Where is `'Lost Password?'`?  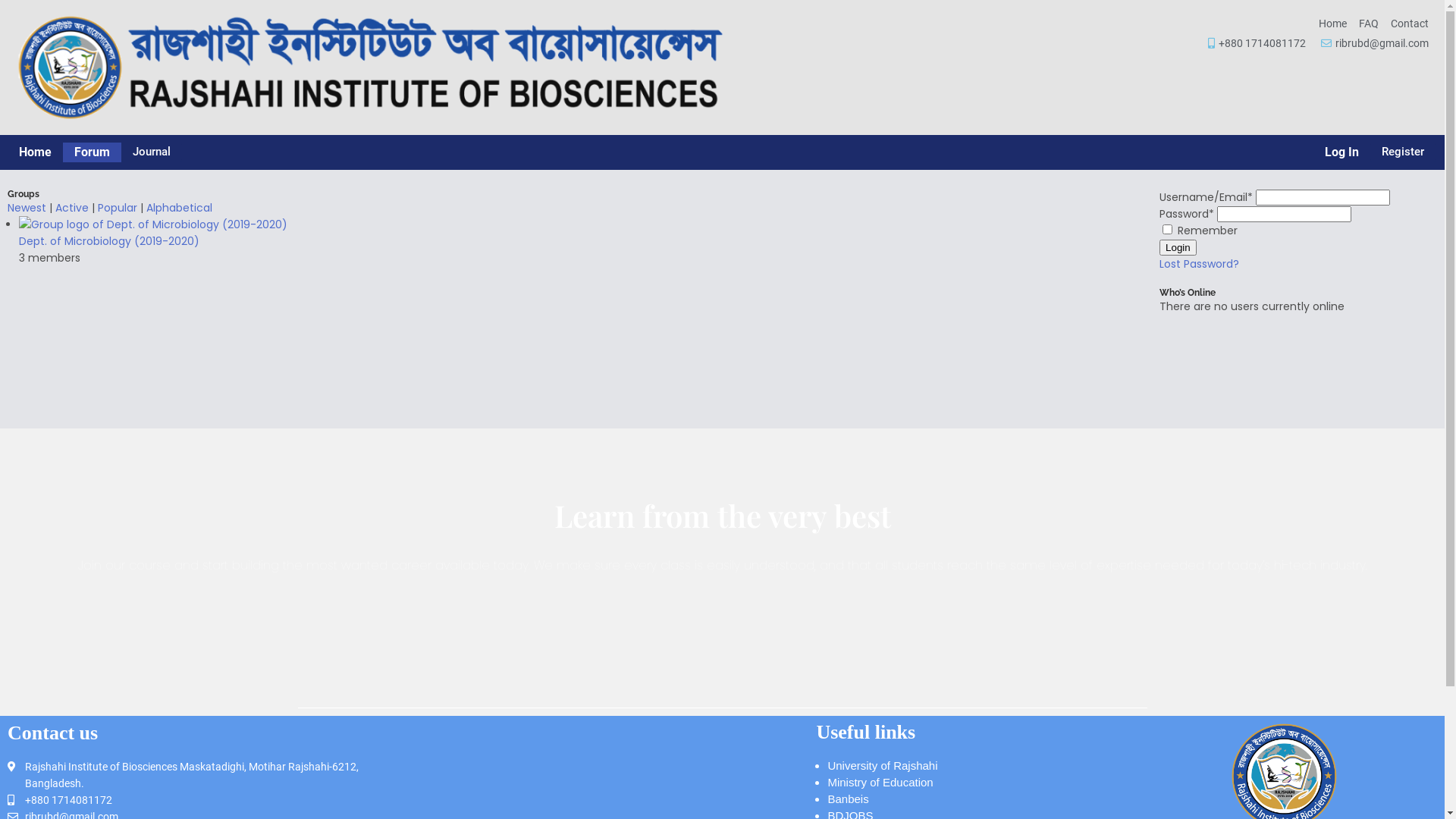 'Lost Password?' is located at coordinates (1198, 262).